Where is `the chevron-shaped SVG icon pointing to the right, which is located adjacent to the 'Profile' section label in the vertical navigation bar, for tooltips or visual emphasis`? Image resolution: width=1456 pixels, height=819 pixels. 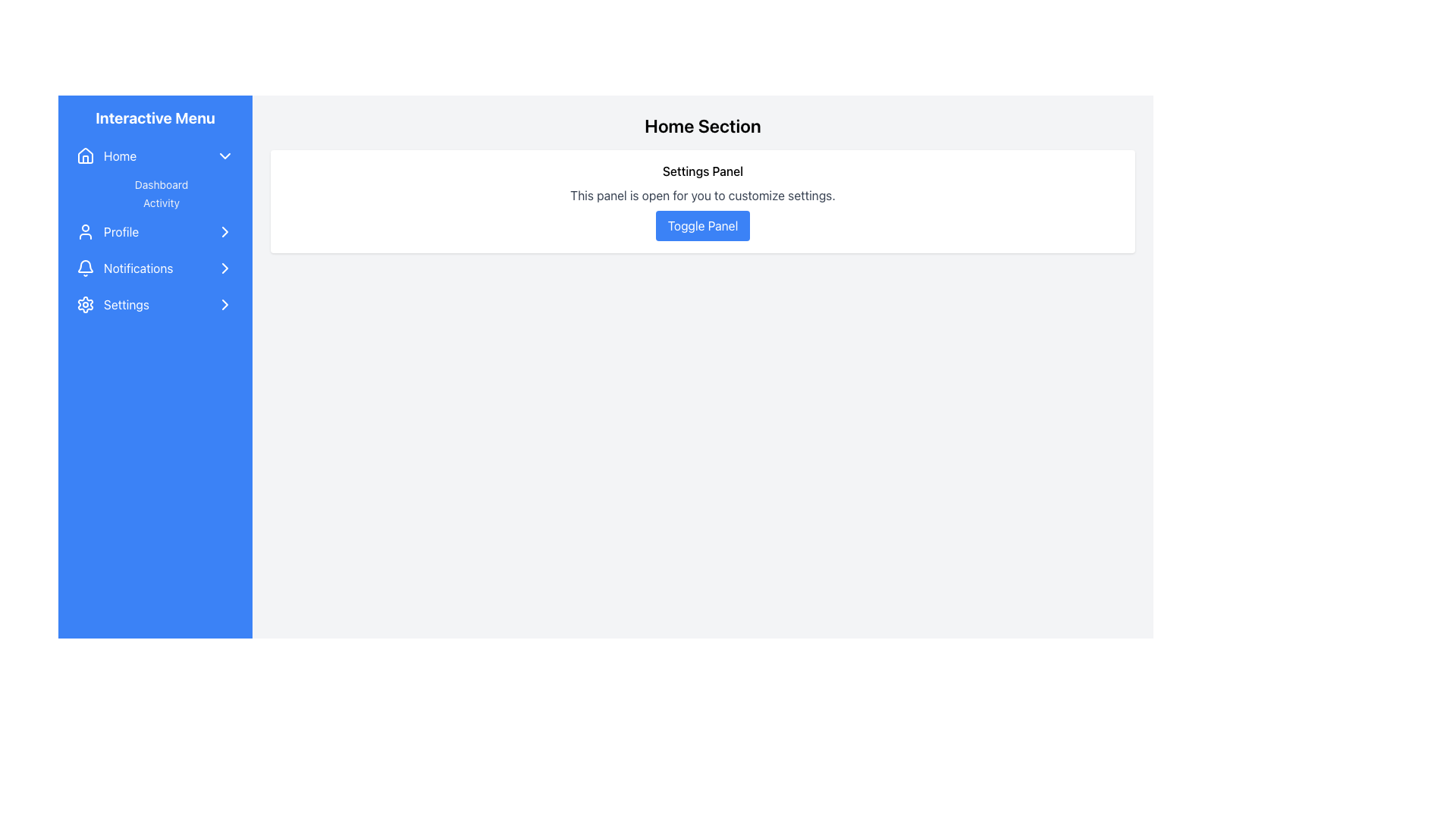 the chevron-shaped SVG icon pointing to the right, which is located adjacent to the 'Profile' section label in the vertical navigation bar, for tooltips or visual emphasis is located at coordinates (224, 231).